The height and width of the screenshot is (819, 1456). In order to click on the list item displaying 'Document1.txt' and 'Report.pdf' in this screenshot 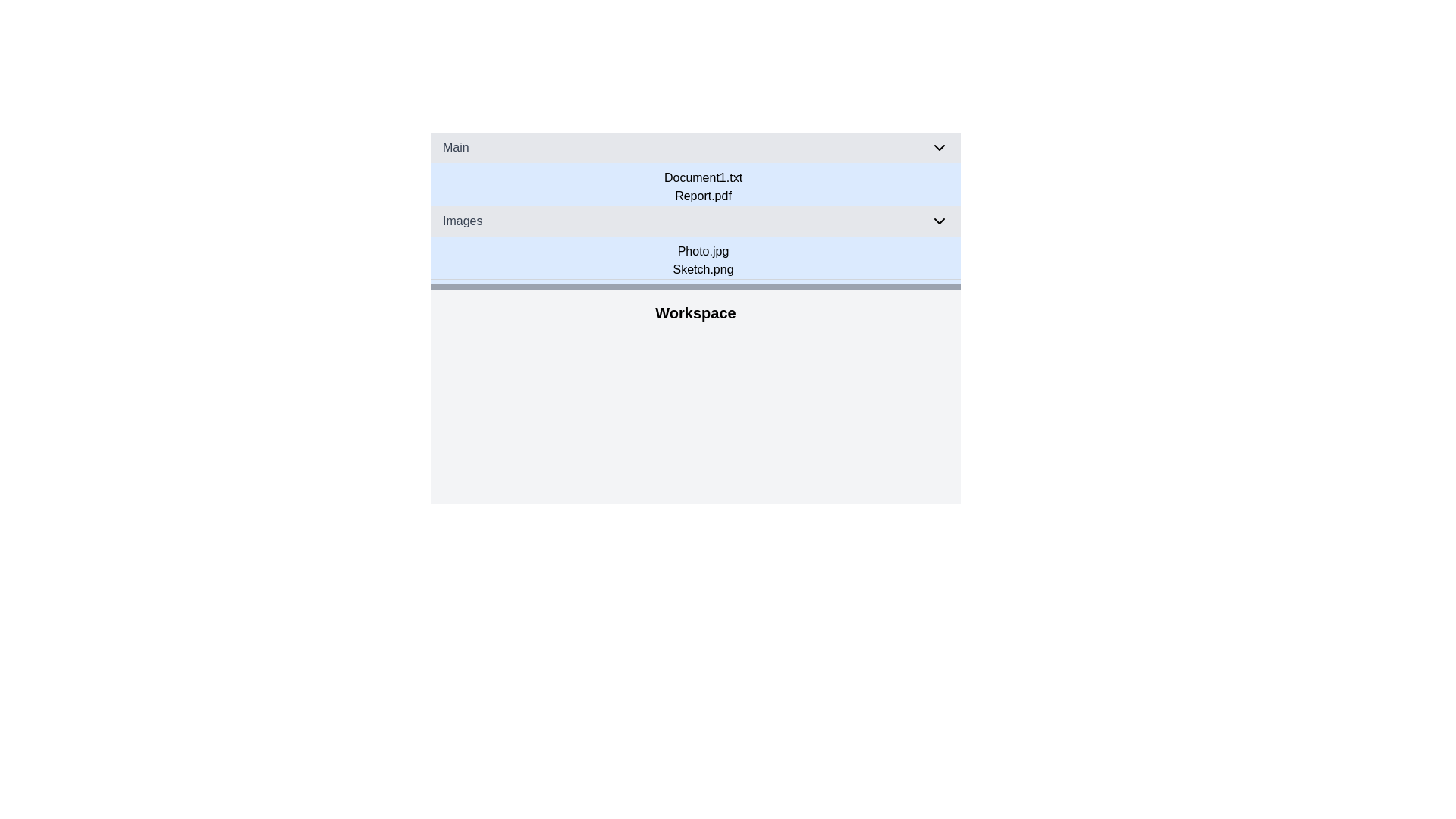, I will do `click(702, 186)`.